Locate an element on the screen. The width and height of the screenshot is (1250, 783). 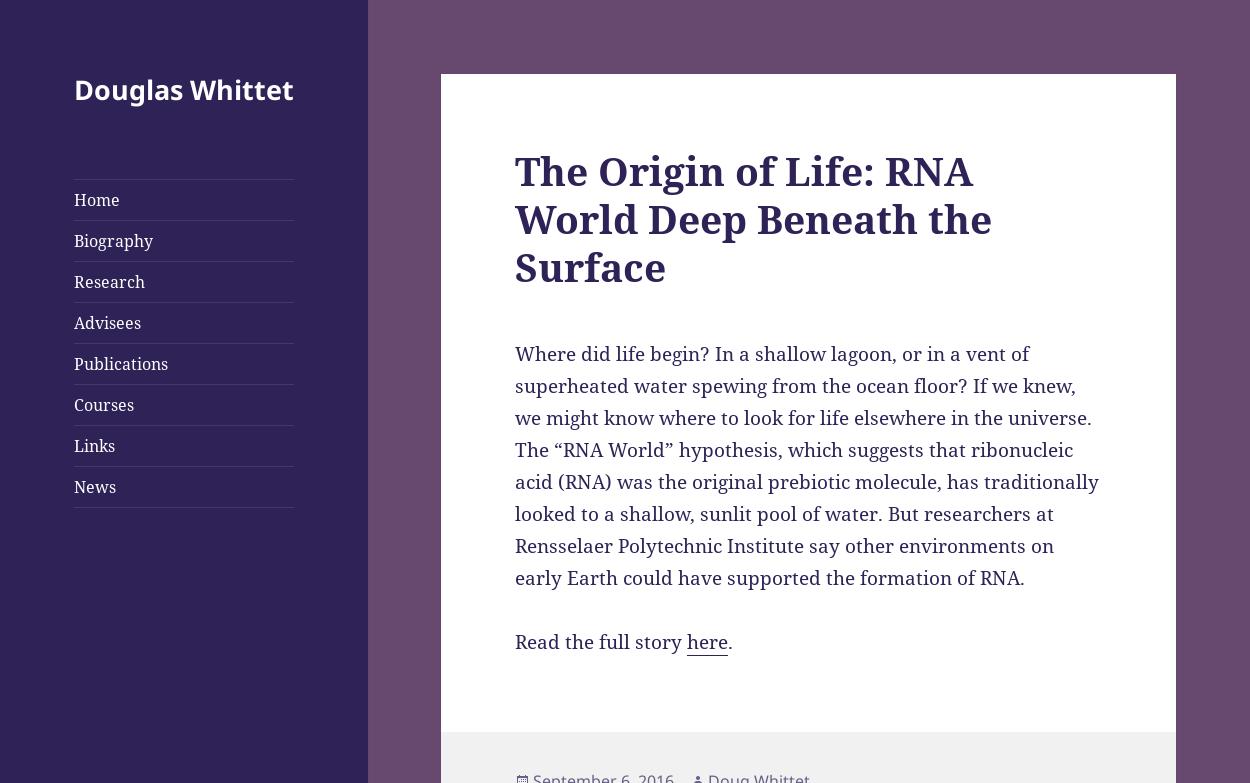
'Links' is located at coordinates (92, 444).